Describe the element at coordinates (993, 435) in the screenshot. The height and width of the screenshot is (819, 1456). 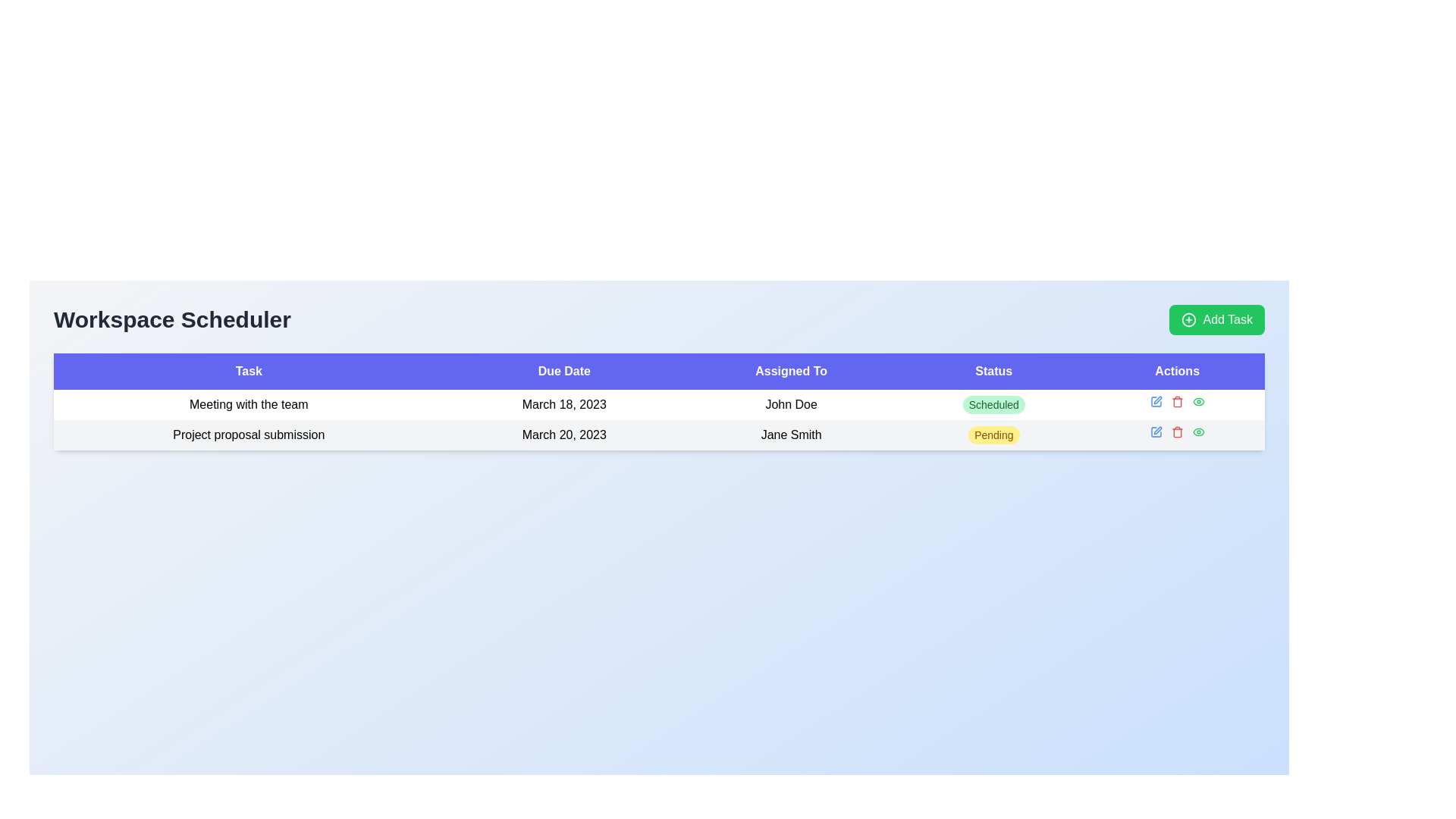
I see `the Status label indicating 'Pending' in the fourth cell of the table row for 'Project proposal submission' assigned to 'Jane Smith'` at that location.